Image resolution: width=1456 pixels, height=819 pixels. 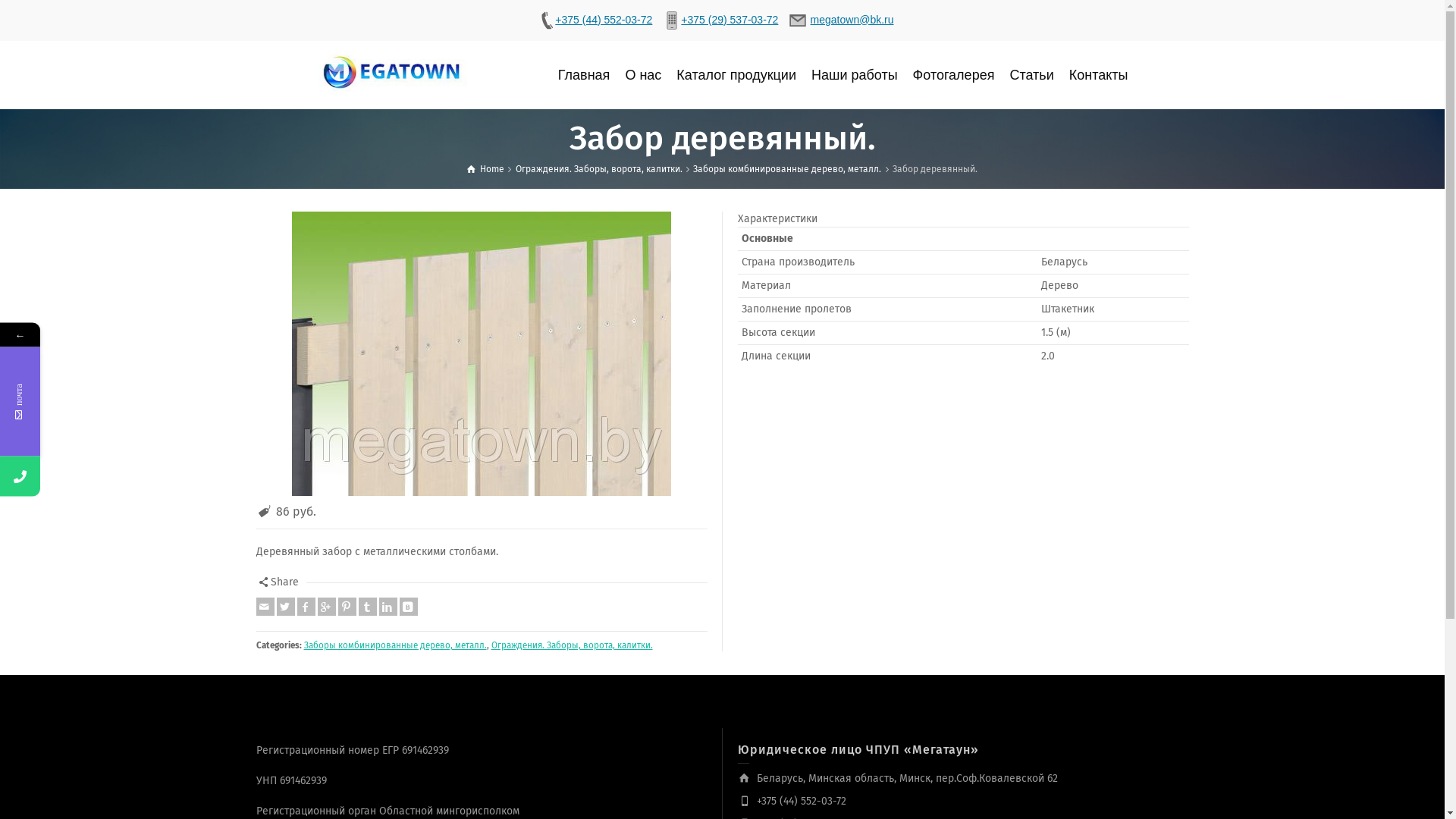 What do you see at coordinates (466, 169) in the screenshot?
I see `'Home'` at bounding box center [466, 169].